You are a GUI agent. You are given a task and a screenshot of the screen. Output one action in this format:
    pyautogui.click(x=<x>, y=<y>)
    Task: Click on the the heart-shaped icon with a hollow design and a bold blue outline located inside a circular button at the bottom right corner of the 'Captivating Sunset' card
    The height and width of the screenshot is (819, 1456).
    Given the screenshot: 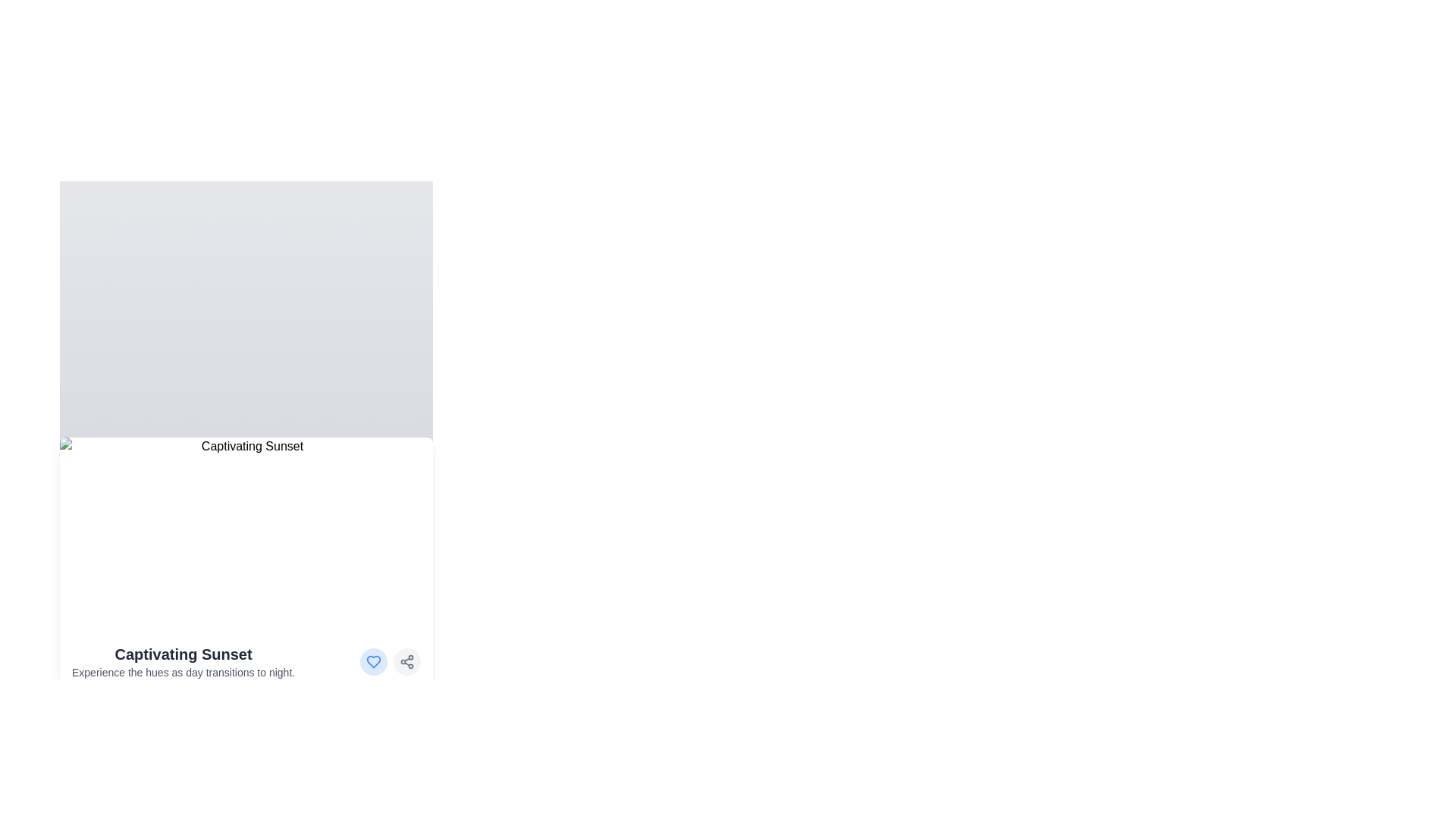 What is the action you would take?
    pyautogui.click(x=374, y=661)
    